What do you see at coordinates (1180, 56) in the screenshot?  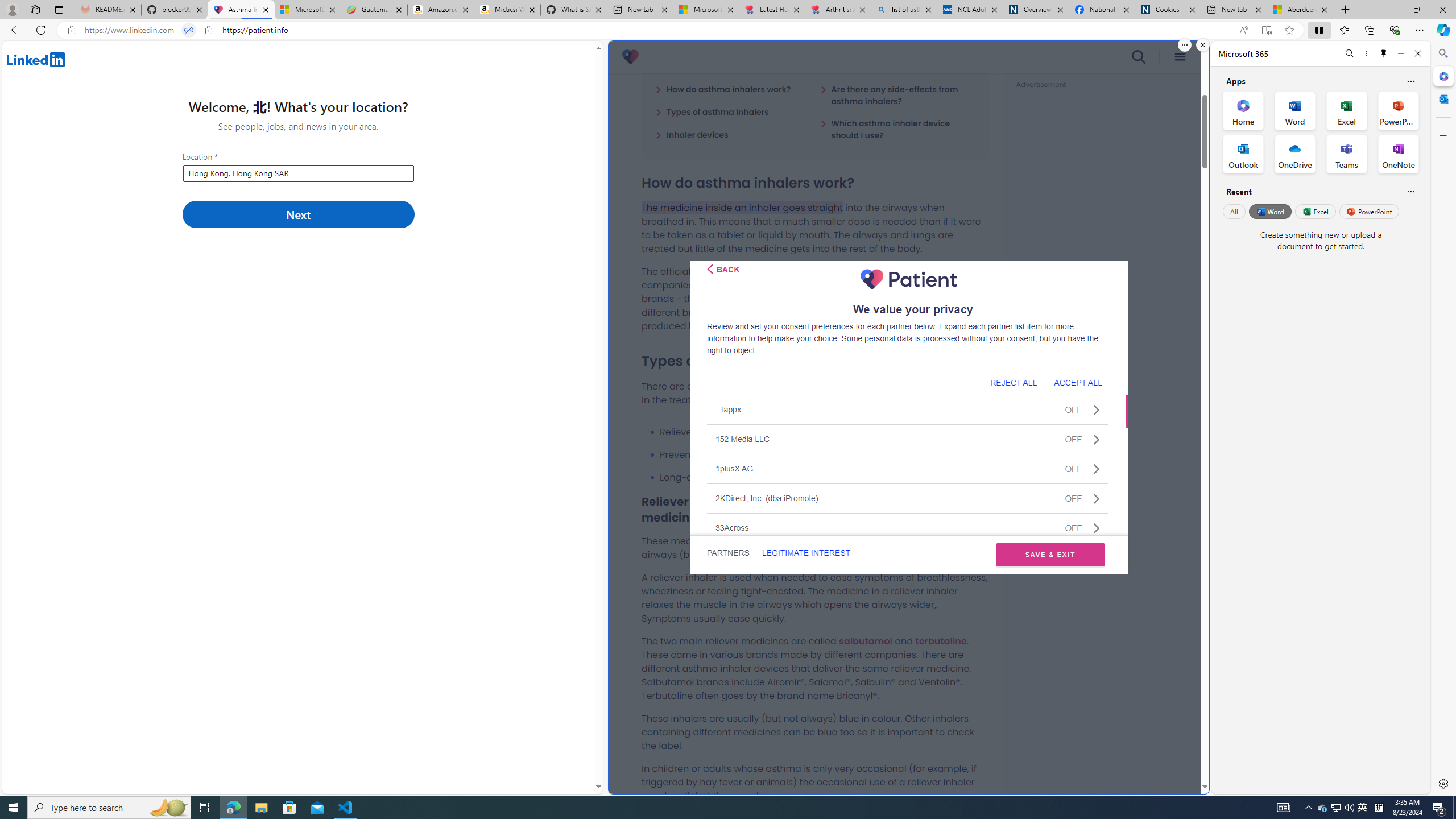 I see `'menu icon'` at bounding box center [1180, 56].